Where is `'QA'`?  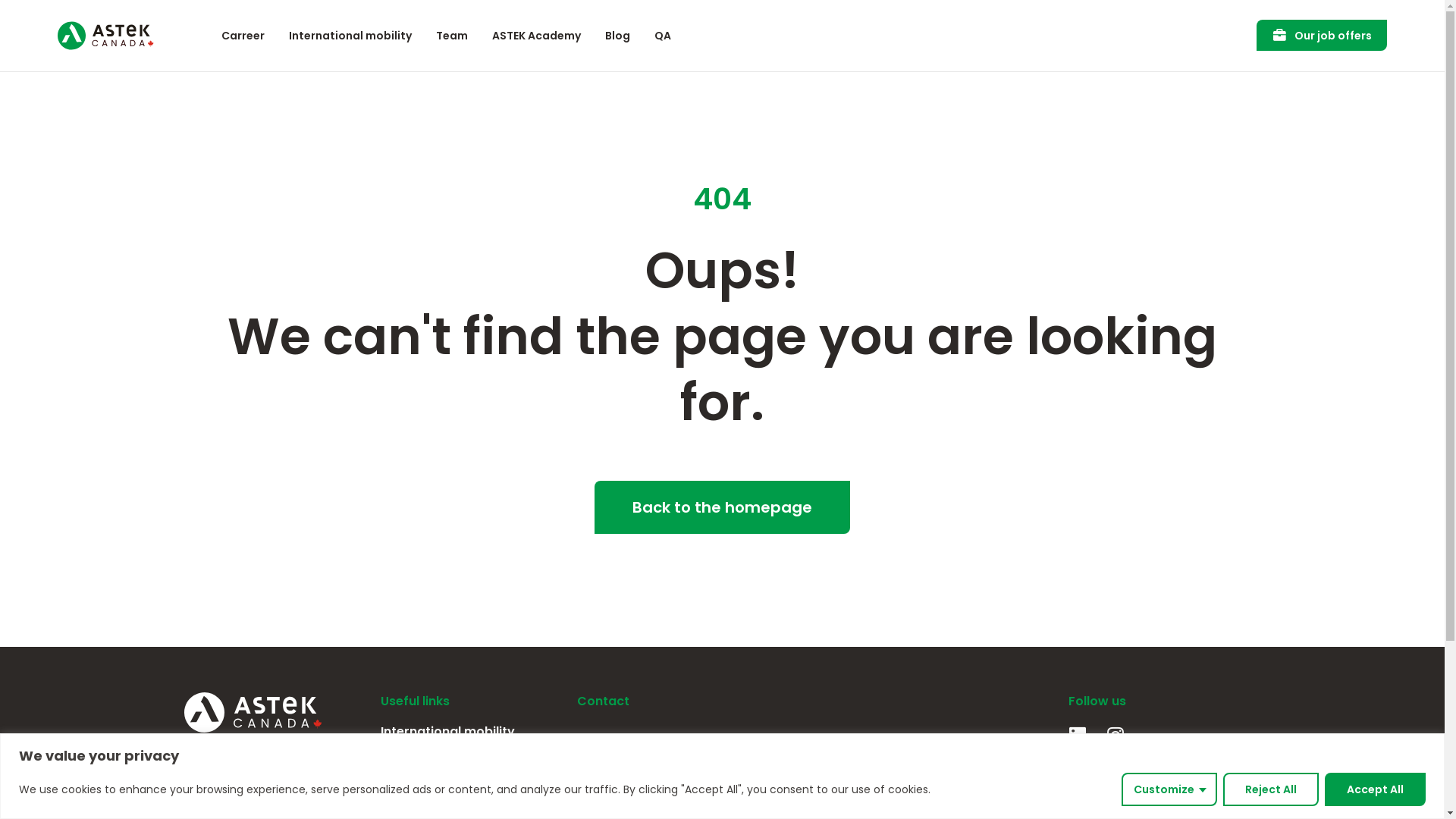
'QA' is located at coordinates (662, 34).